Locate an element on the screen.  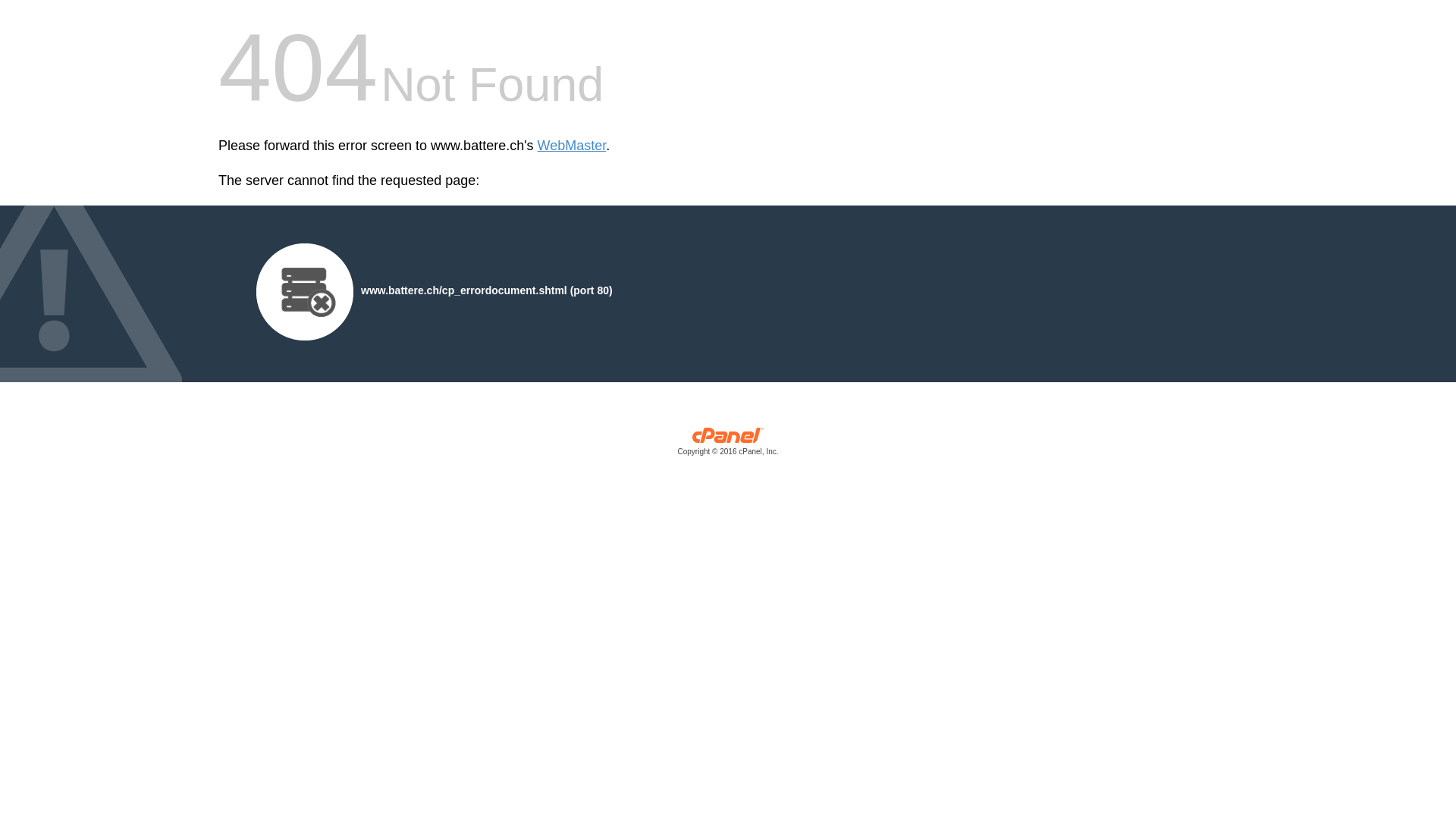
'WebMaster' is located at coordinates (571, 146).